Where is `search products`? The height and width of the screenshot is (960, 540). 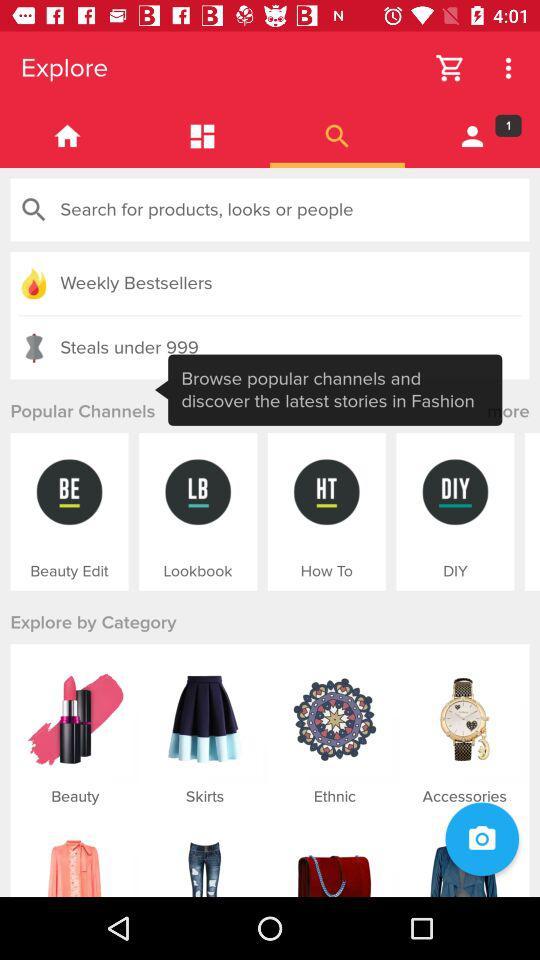
search products is located at coordinates (270, 210).